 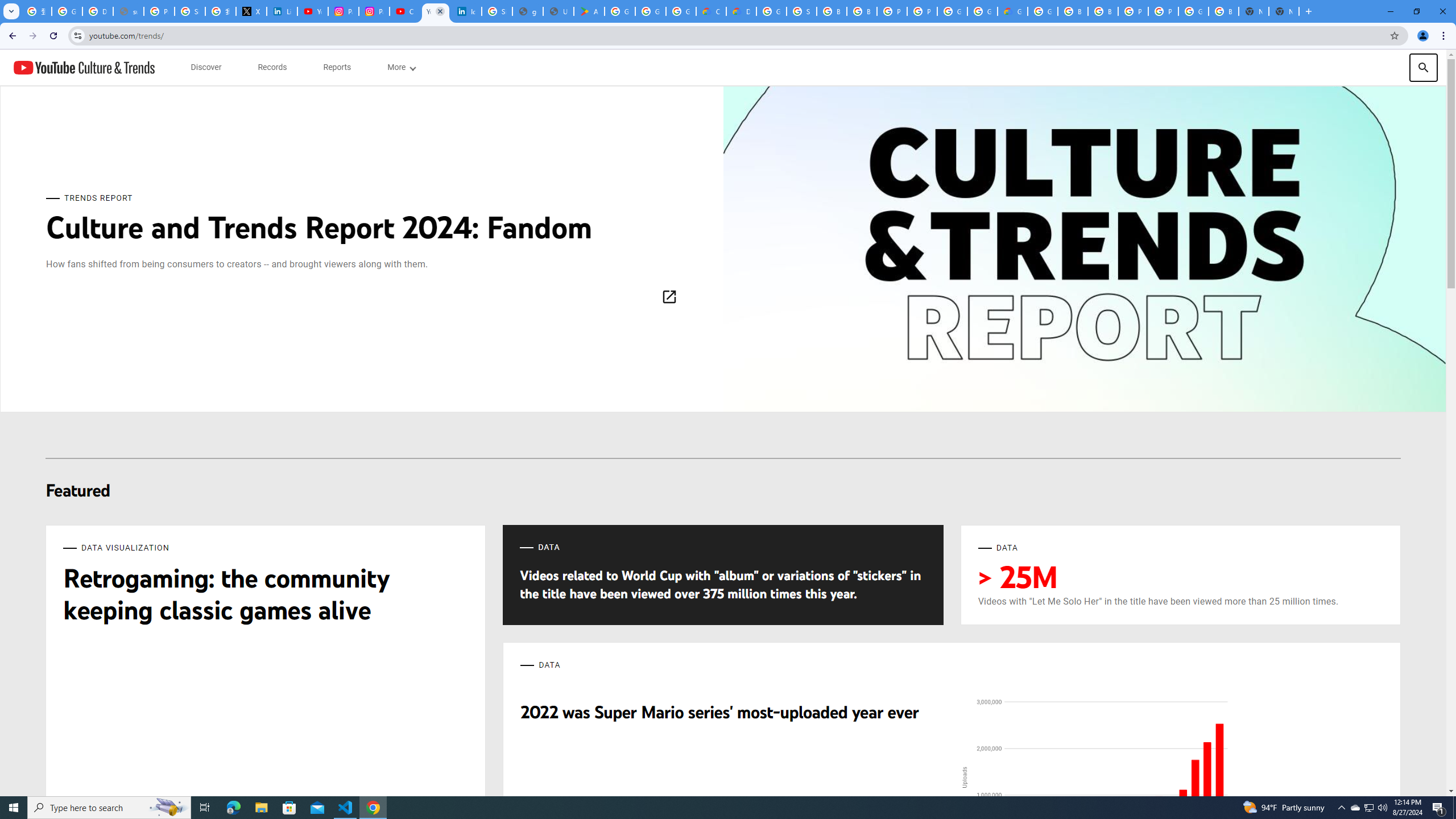 What do you see at coordinates (206, 67) in the screenshot?
I see `'subnav-Discover menupopup'` at bounding box center [206, 67].